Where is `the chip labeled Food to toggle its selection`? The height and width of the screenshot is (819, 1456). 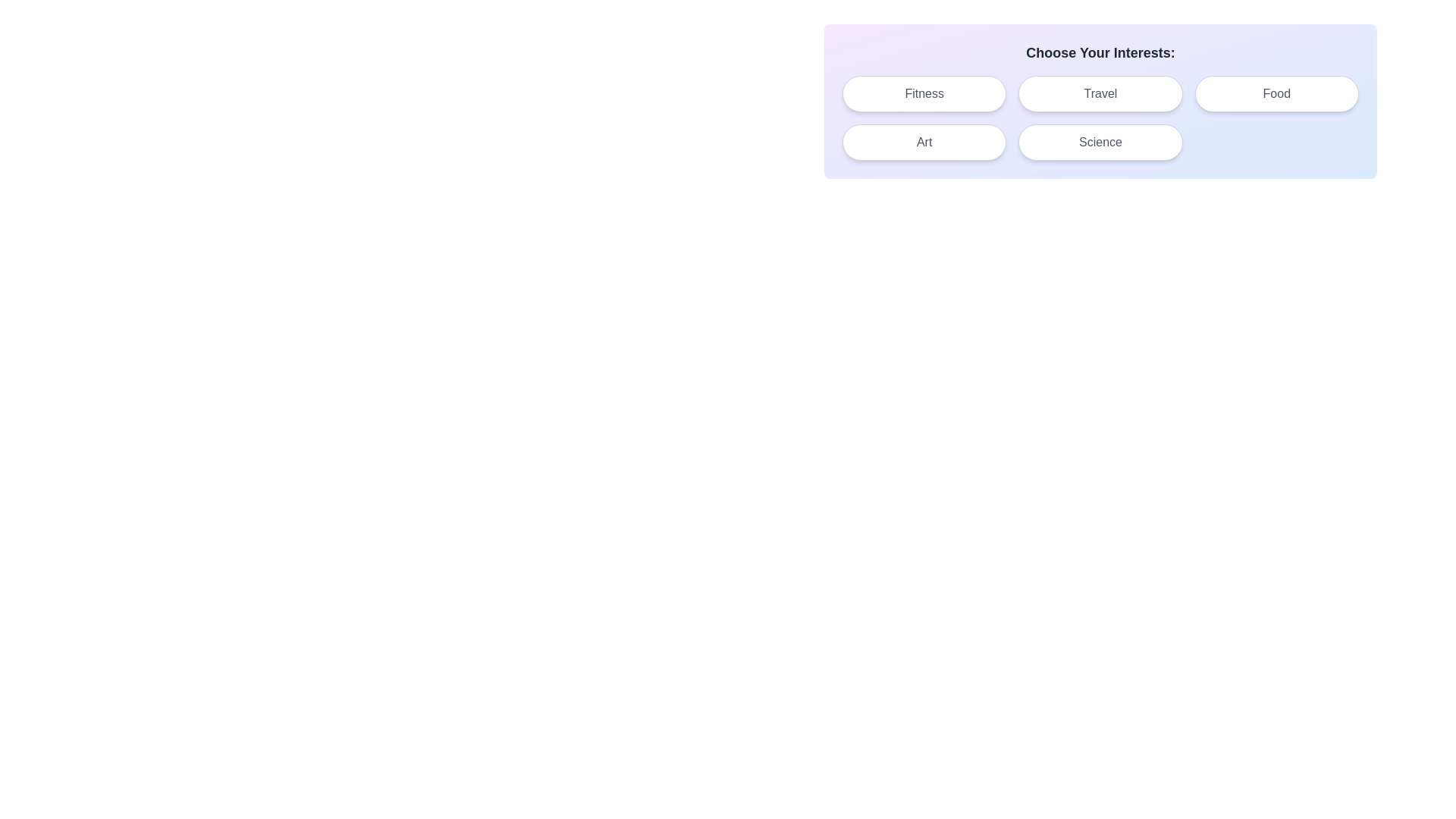 the chip labeled Food to toggle its selection is located at coordinates (1276, 93).